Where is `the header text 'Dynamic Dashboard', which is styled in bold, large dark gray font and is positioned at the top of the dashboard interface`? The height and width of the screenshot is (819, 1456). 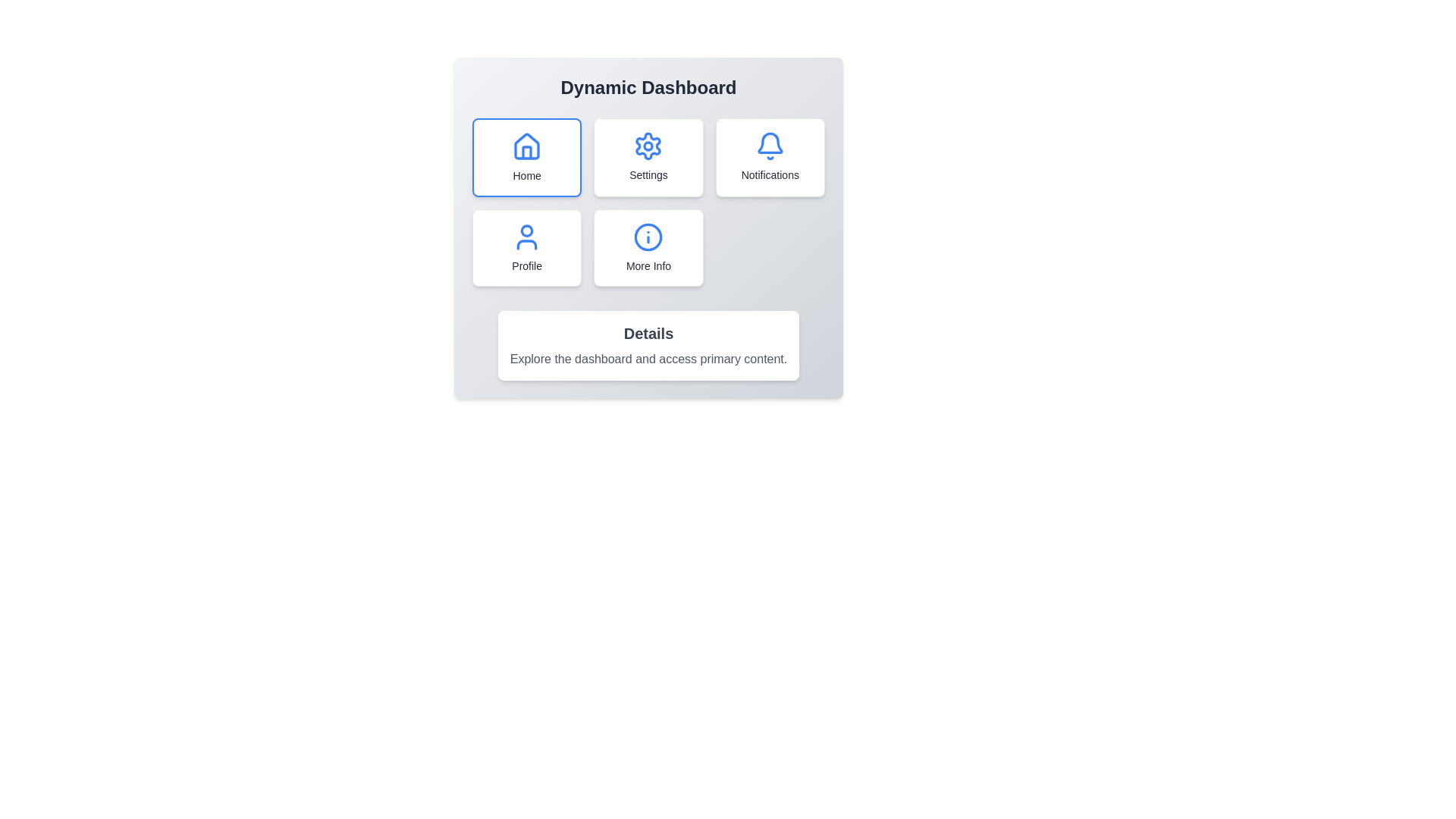
the header text 'Dynamic Dashboard', which is styled in bold, large dark gray font and is positioned at the top of the dashboard interface is located at coordinates (648, 87).